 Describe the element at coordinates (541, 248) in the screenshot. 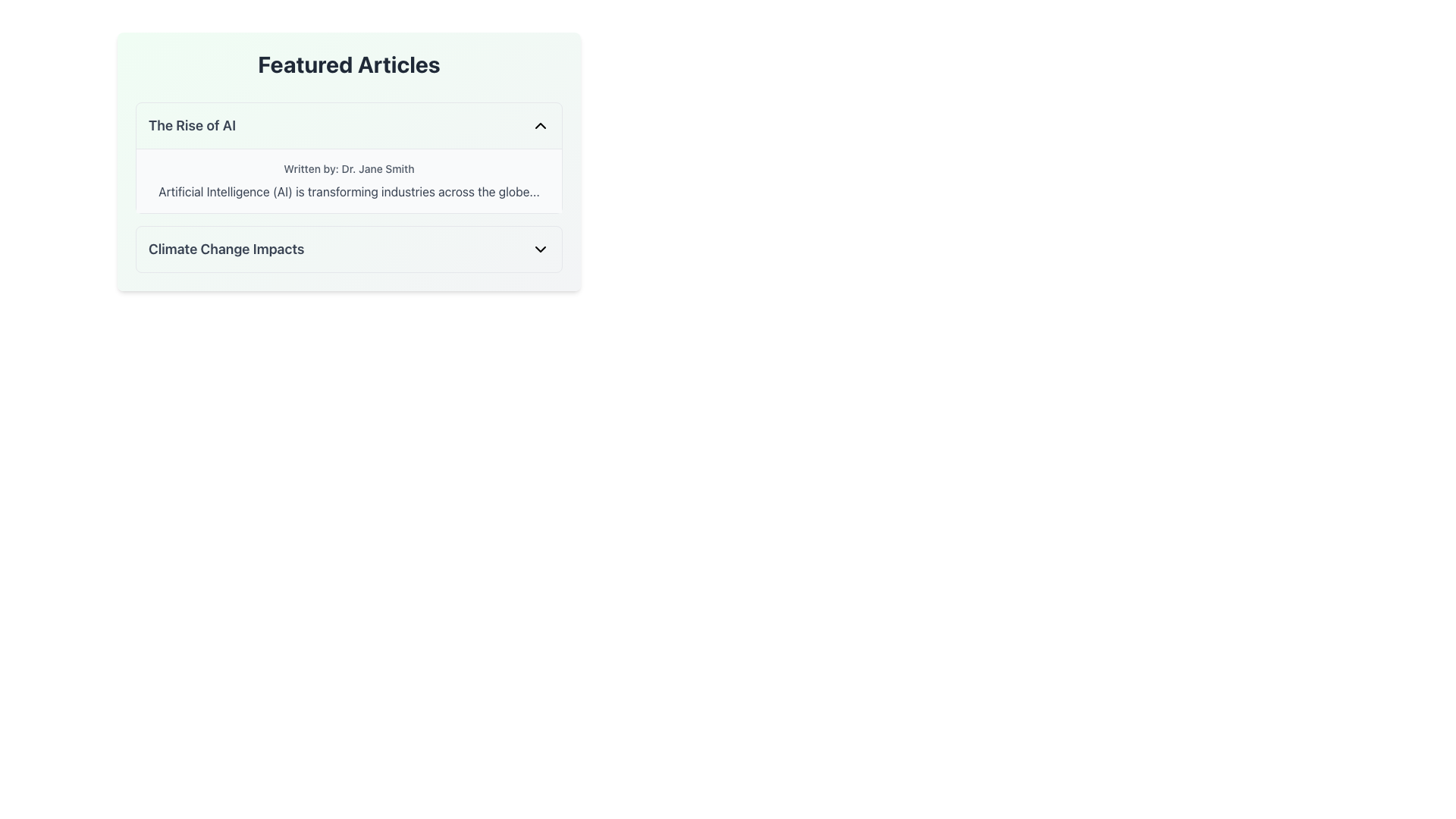

I see `the chevron-down icon button located to the far right of the 'Climate Change Impacts' text` at that location.